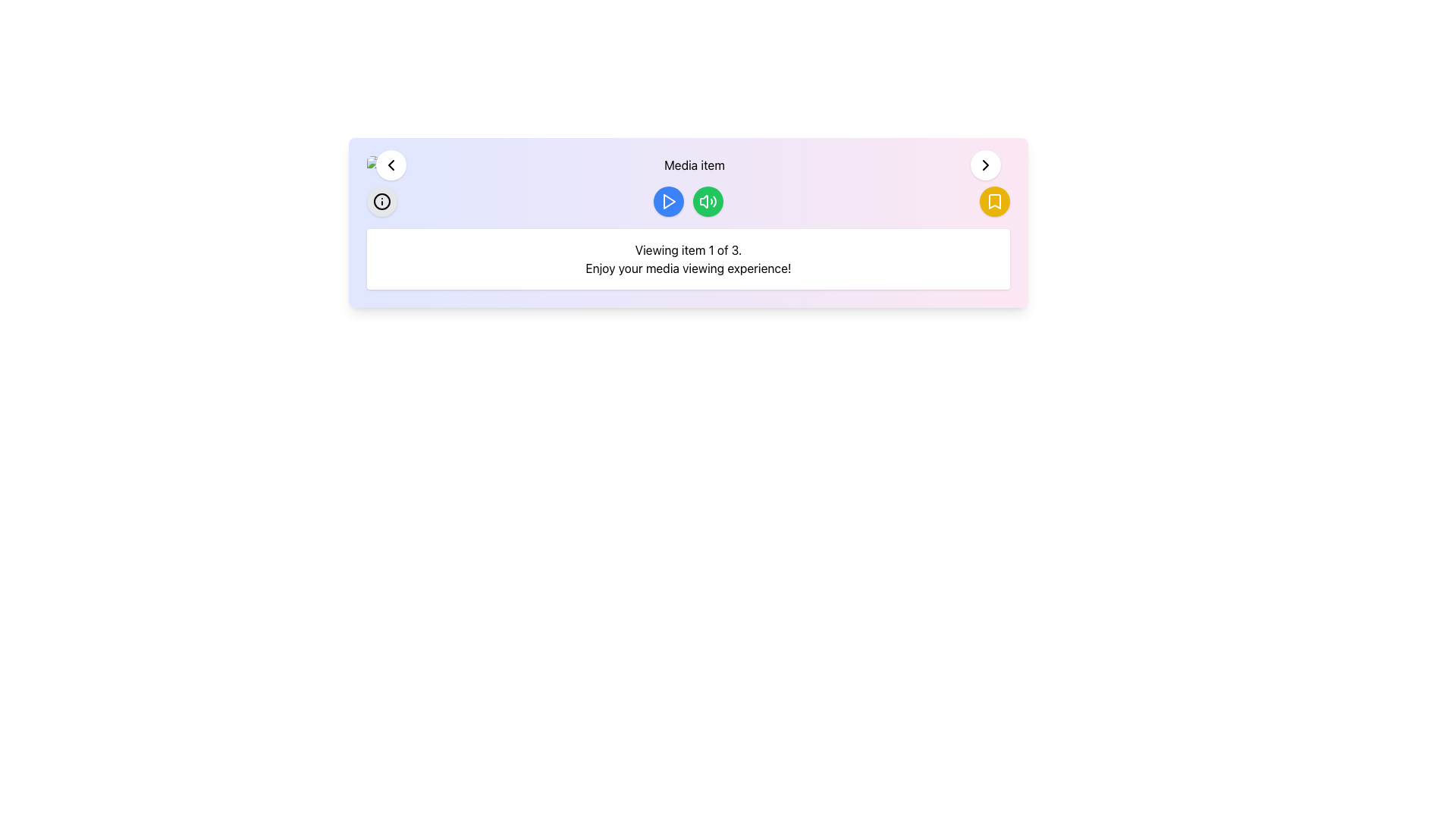 The image size is (1456, 819). Describe the element at coordinates (687, 201) in the screenshot. I see `the right circular button with a green background and a white speaker icon to adjust audio settings` at that location.